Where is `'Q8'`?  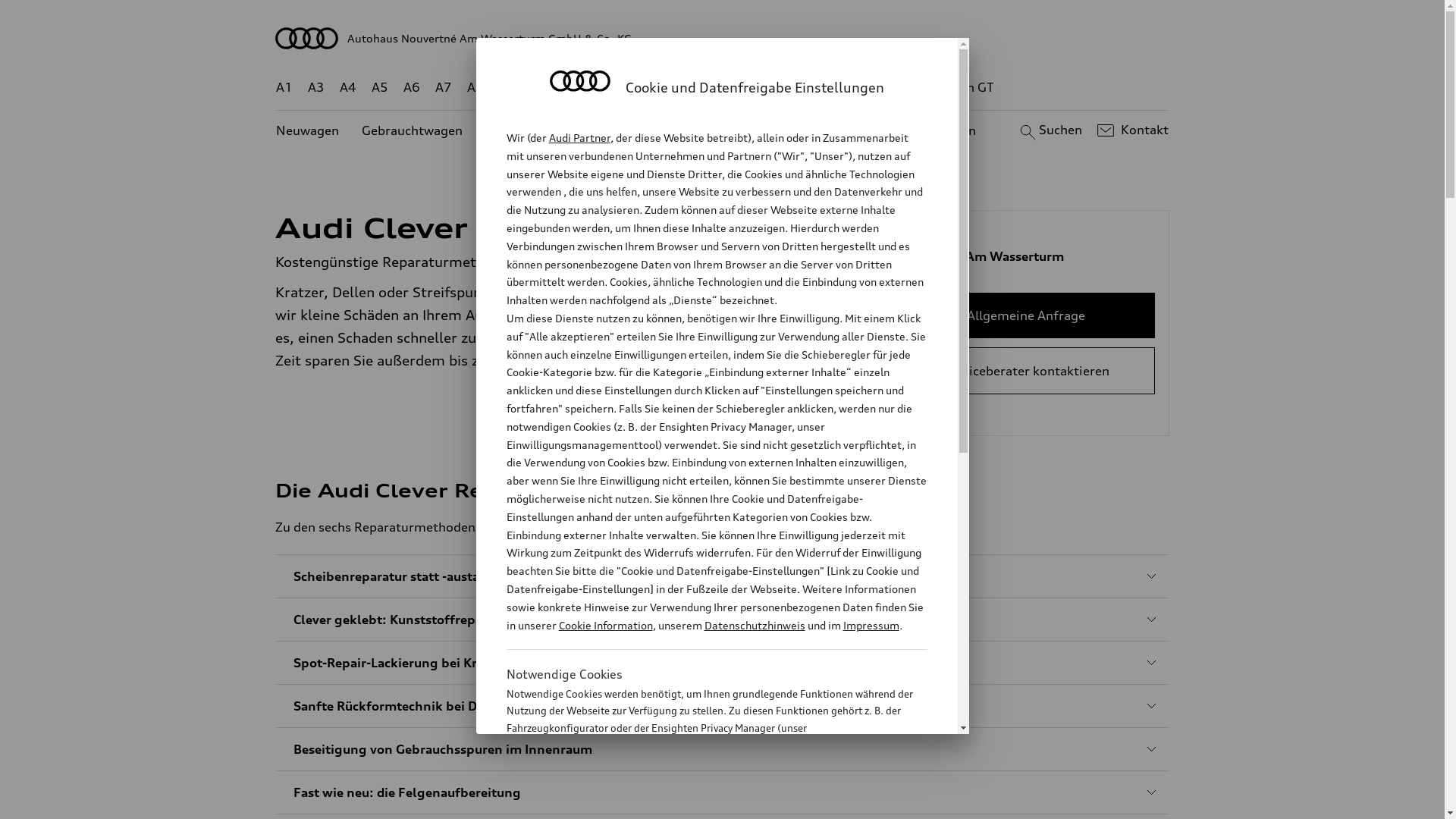
'Q8' is located at coordinates (710, 87).